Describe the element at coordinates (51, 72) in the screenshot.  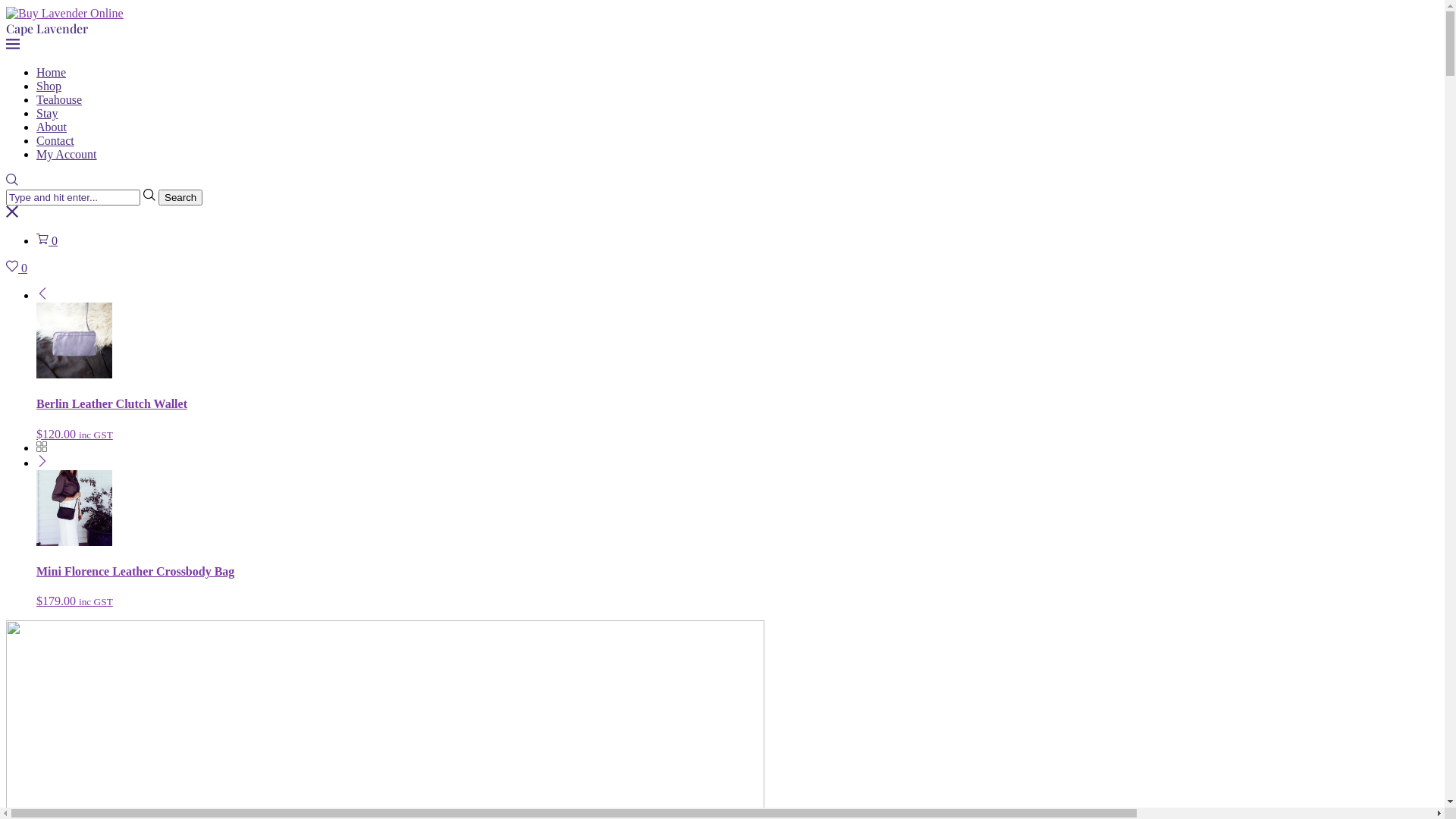
I see `'Home'` at that location.